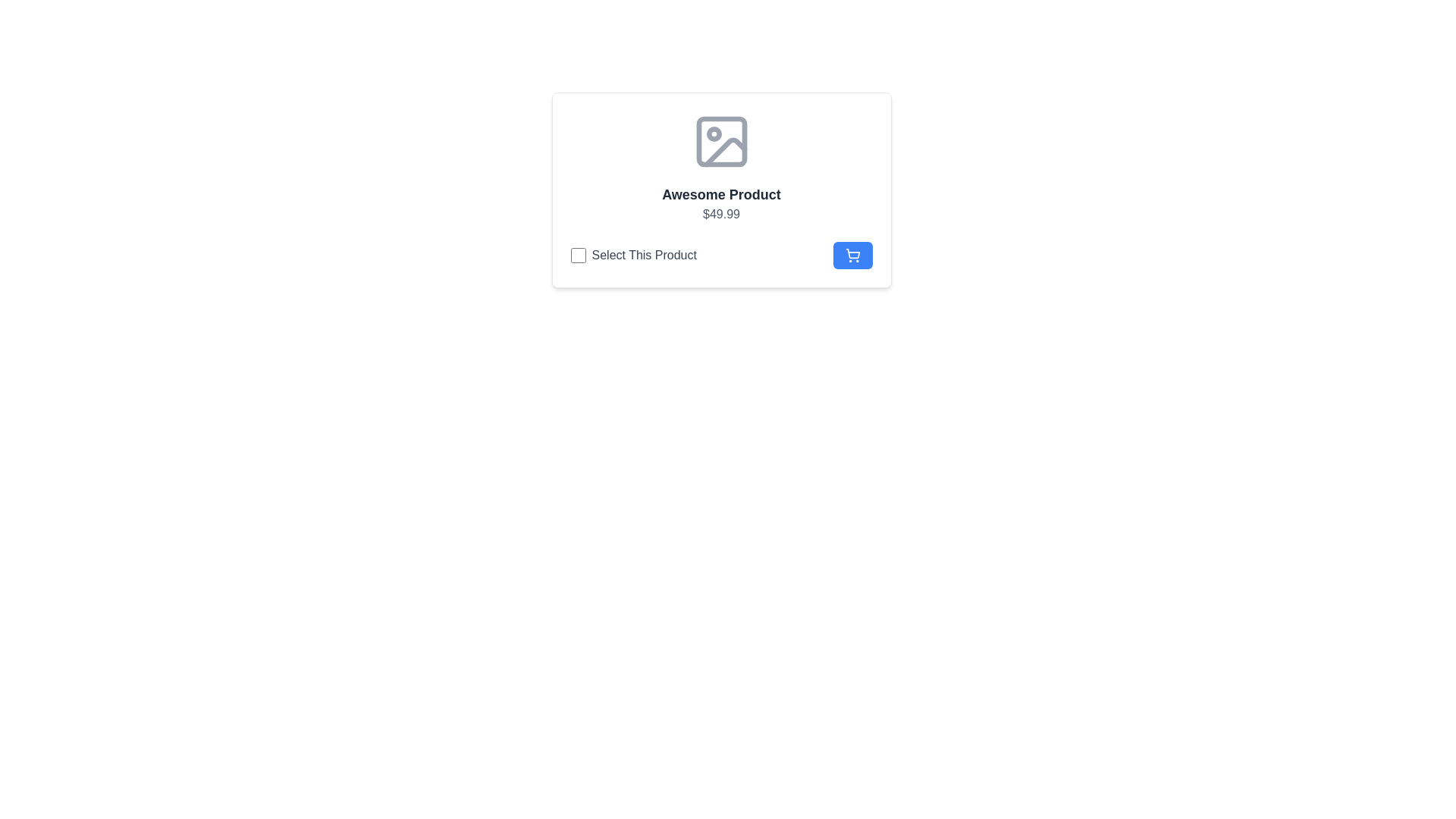 This screenshot has width=1456, height=819. Describe the element at coordinates (577, 254) in the screenshot. I see `the checkbox for 'Awesome Product' to possibly reveal the tooltip` at that location.